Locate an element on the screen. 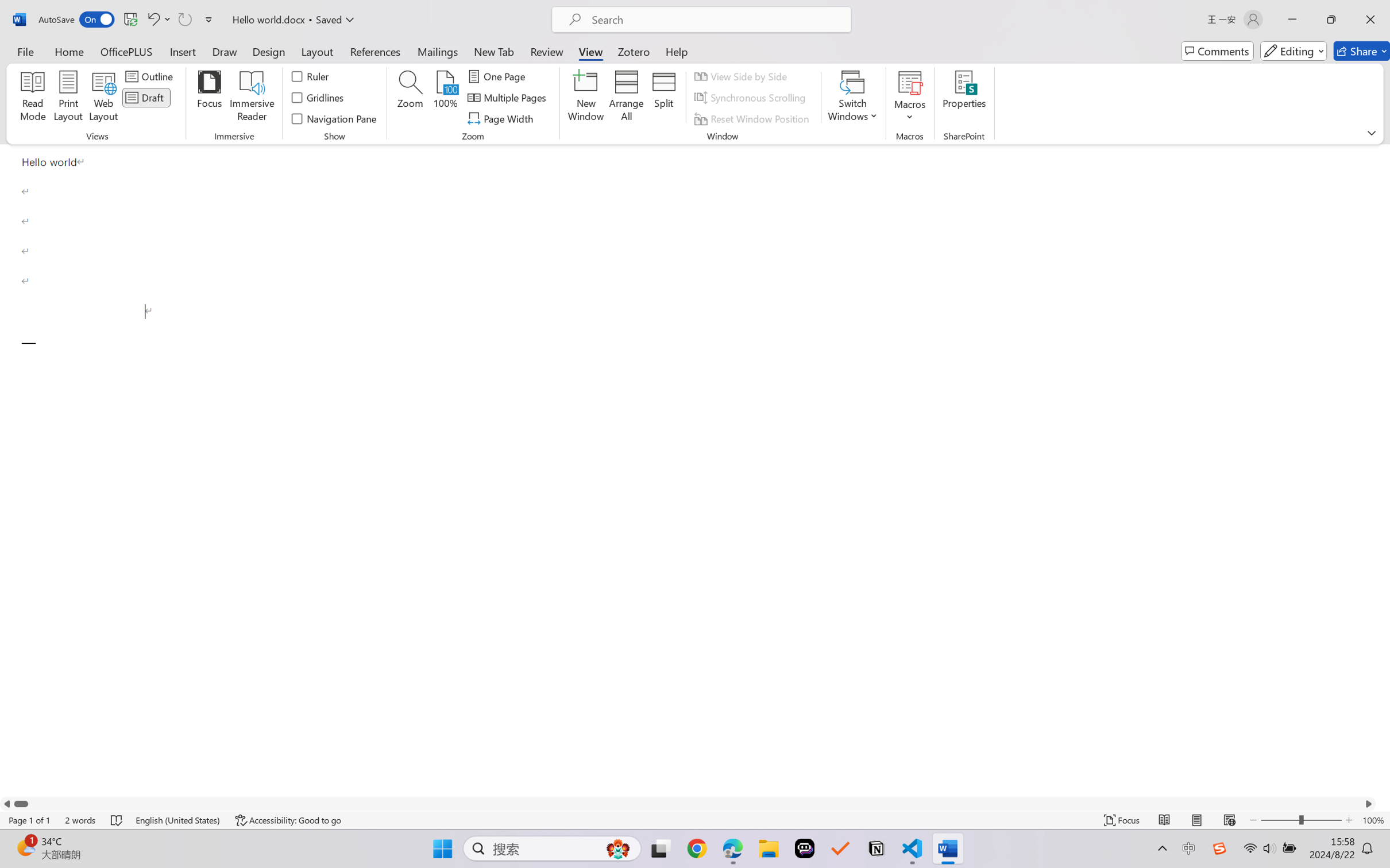 The height and width of the screenshot is (868, 1390). 'Mailings' is located at coordinates (438, 51).